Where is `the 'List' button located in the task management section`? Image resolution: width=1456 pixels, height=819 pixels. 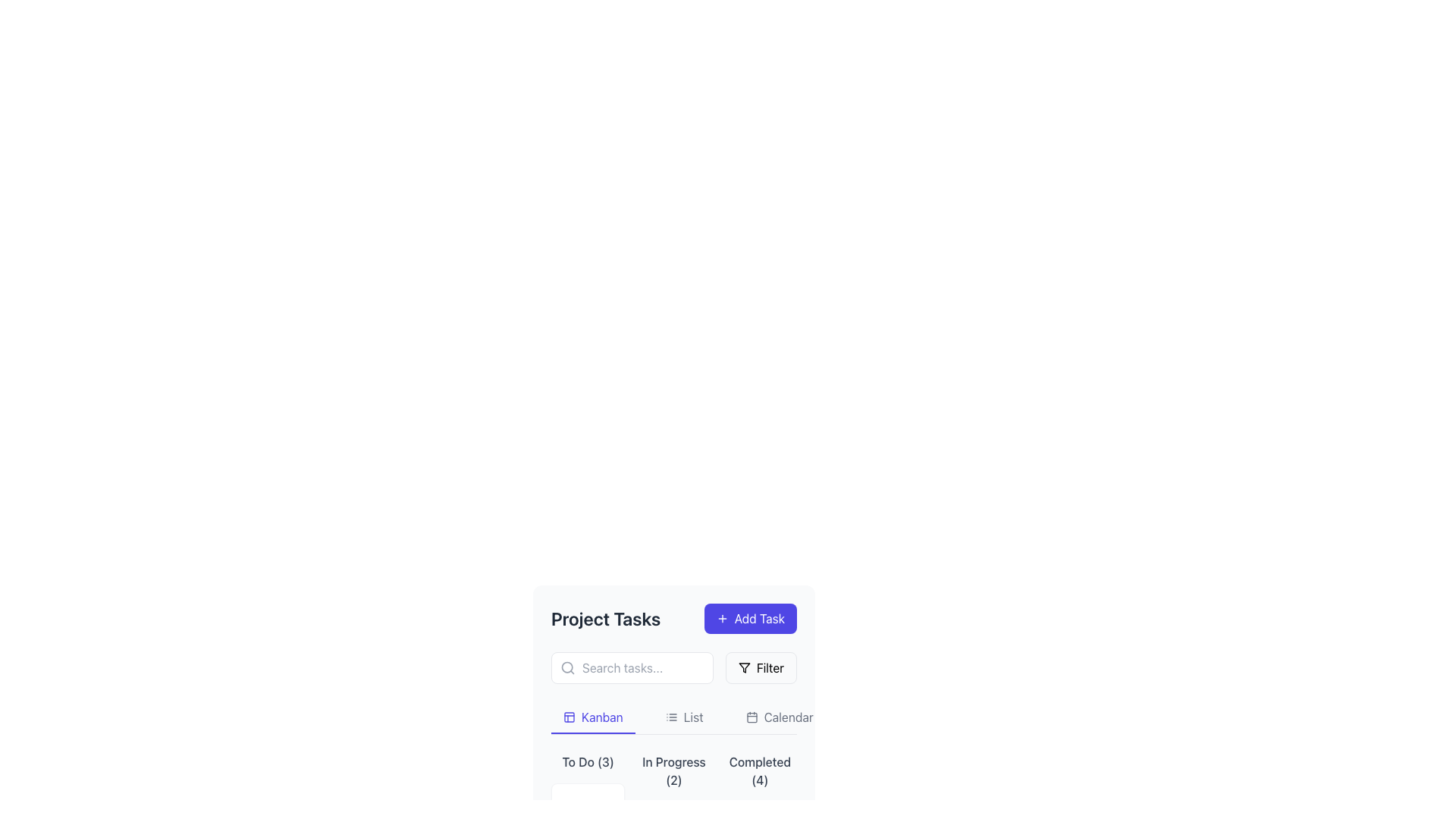
the 'List' button located in the task management section is located at coordinates (683, 717).